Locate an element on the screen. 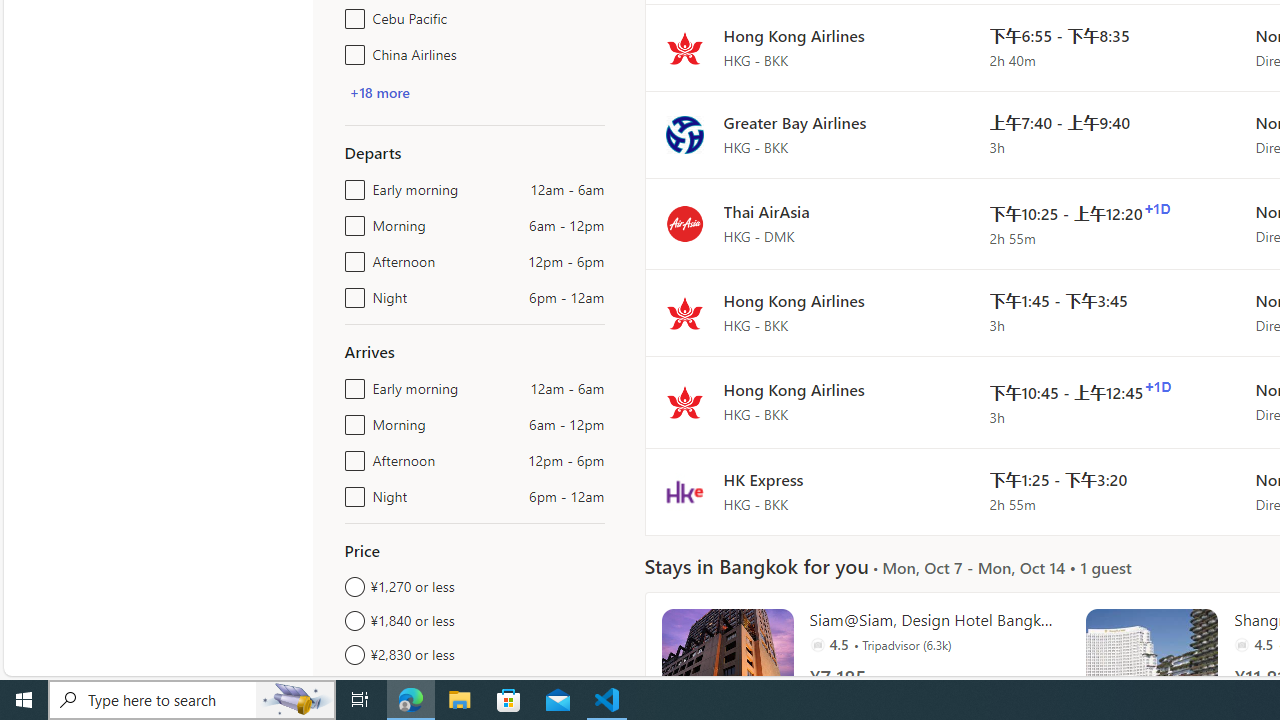 Image resolution: width=1280 pixels, height=720 pixels. 'Flight logo' is located at coordinates (684, 491).